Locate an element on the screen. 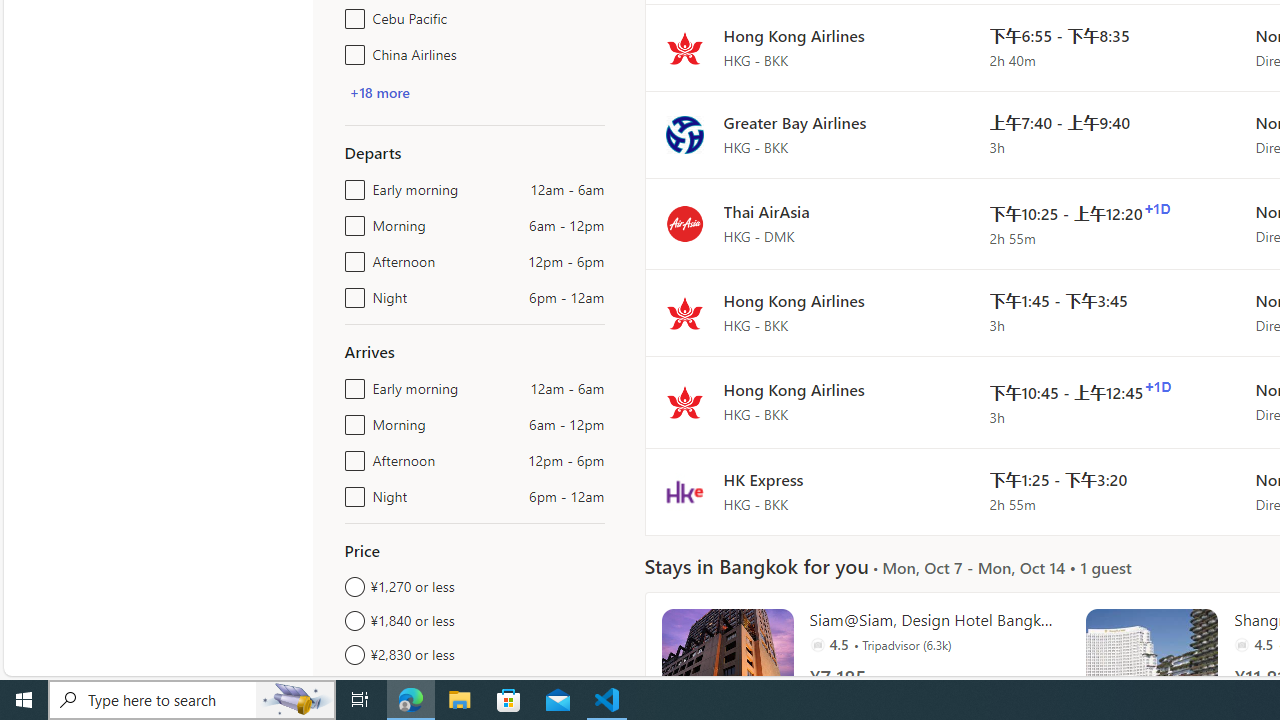 Image resolution: width=1280 pixels, height=720 pixels. 'Flight logo' is located at coordinates (684, 491).